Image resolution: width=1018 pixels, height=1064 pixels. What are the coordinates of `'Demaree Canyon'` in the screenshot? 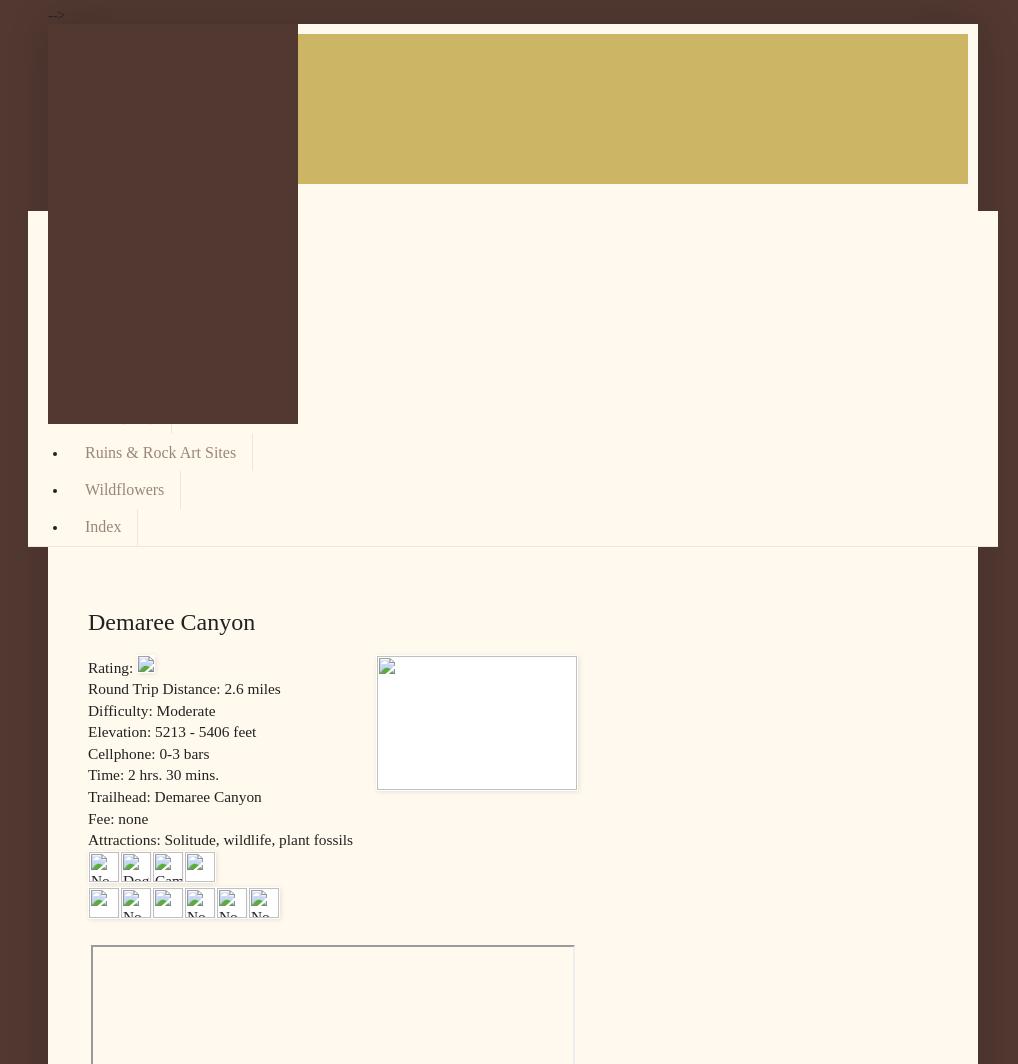 It's located at (171, 620).